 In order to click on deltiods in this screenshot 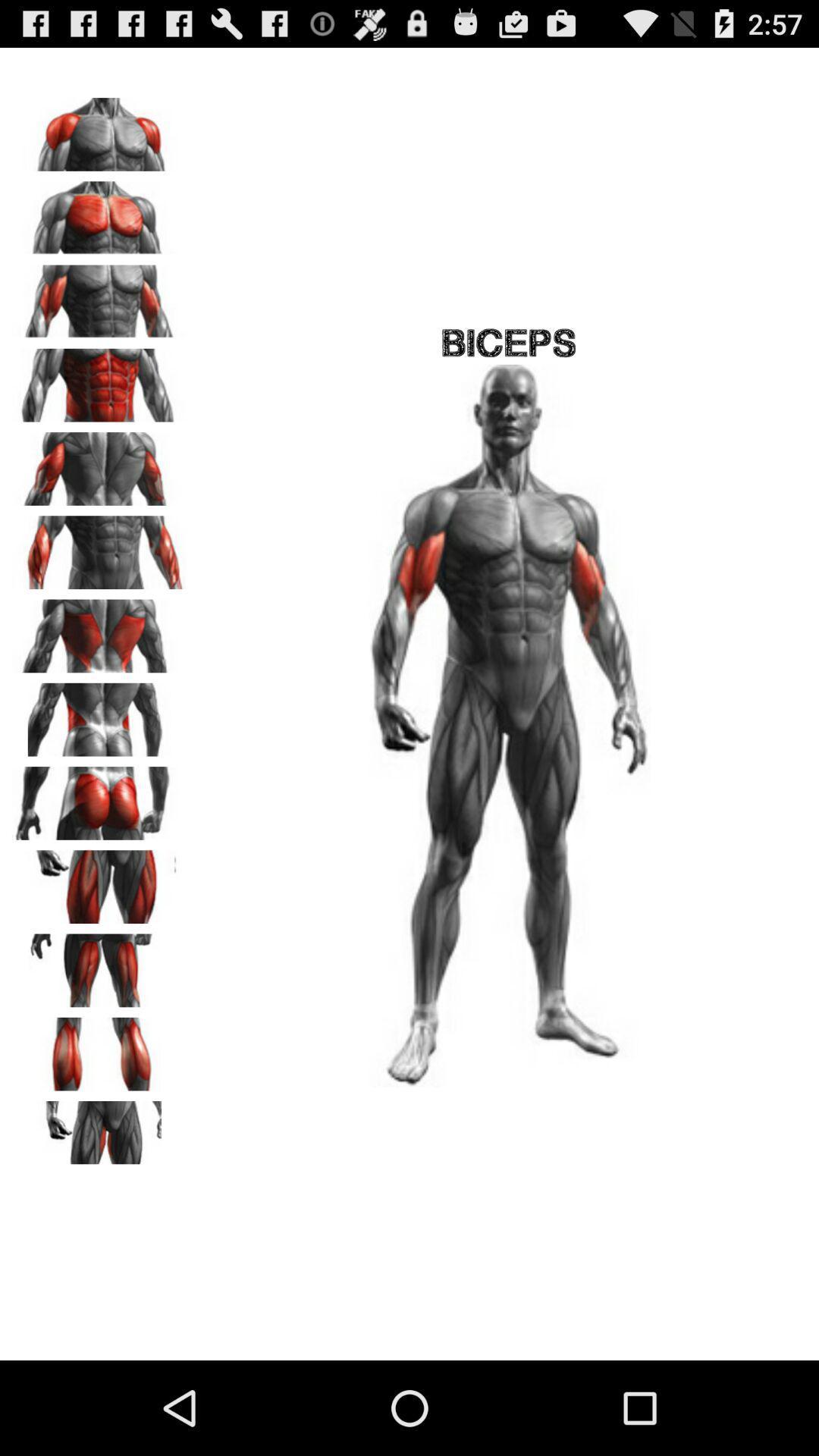, I will do `click(99, 129)`.